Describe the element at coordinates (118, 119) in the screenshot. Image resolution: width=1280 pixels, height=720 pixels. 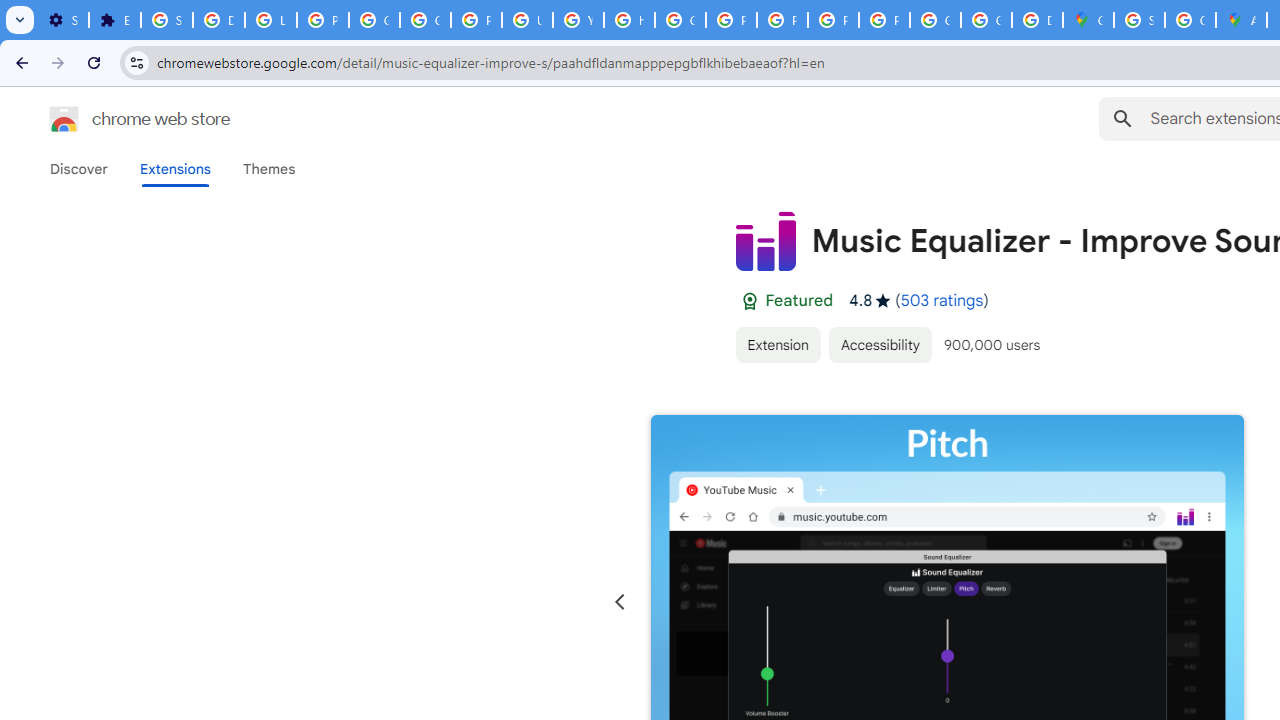
I see `'Chrome Web Store logo chrome web store'` at that location.